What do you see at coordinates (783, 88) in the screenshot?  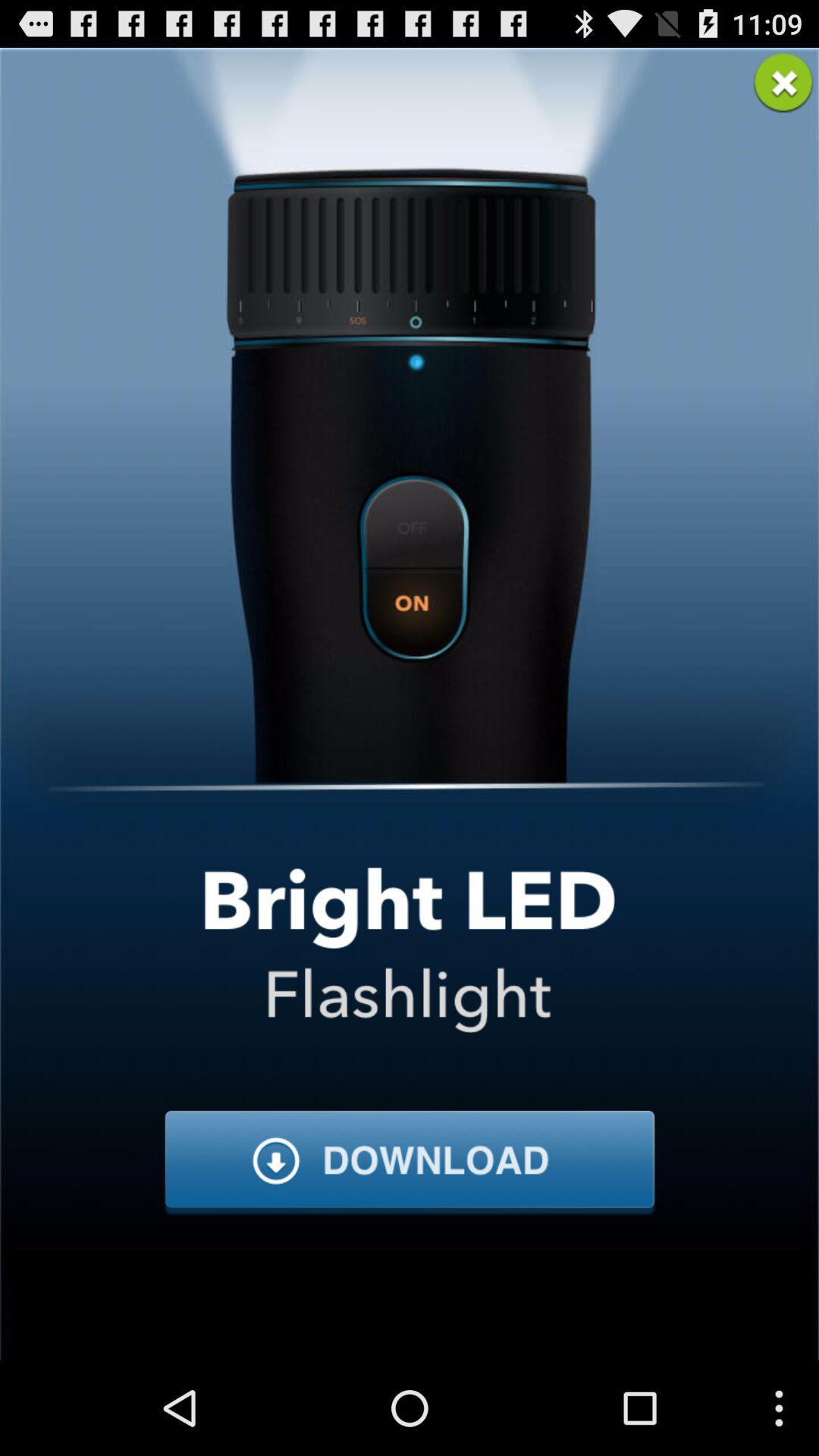 I see `the close icon` at bounding box center [783, 88].